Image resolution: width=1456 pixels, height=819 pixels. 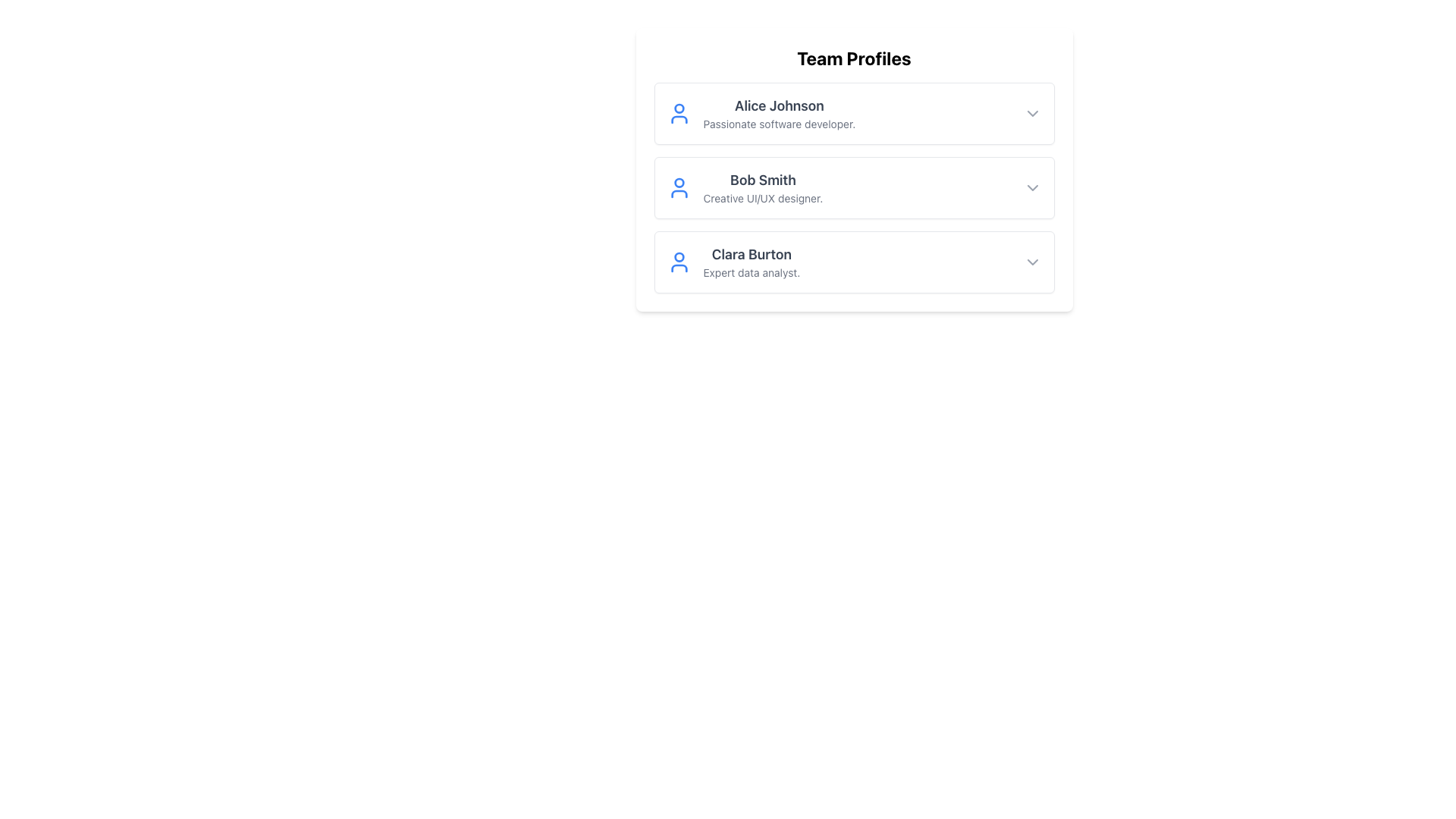 What do you see at coordinates (763, 180) in the screenshot?
I see `styling of the text label displaying 'Bob Smith', which is bold and dark gray, positioned above the subtitle 'Creative UI/UX designer' in the second profile card under 'Team Profiles'` at bounding box center [763, 180].